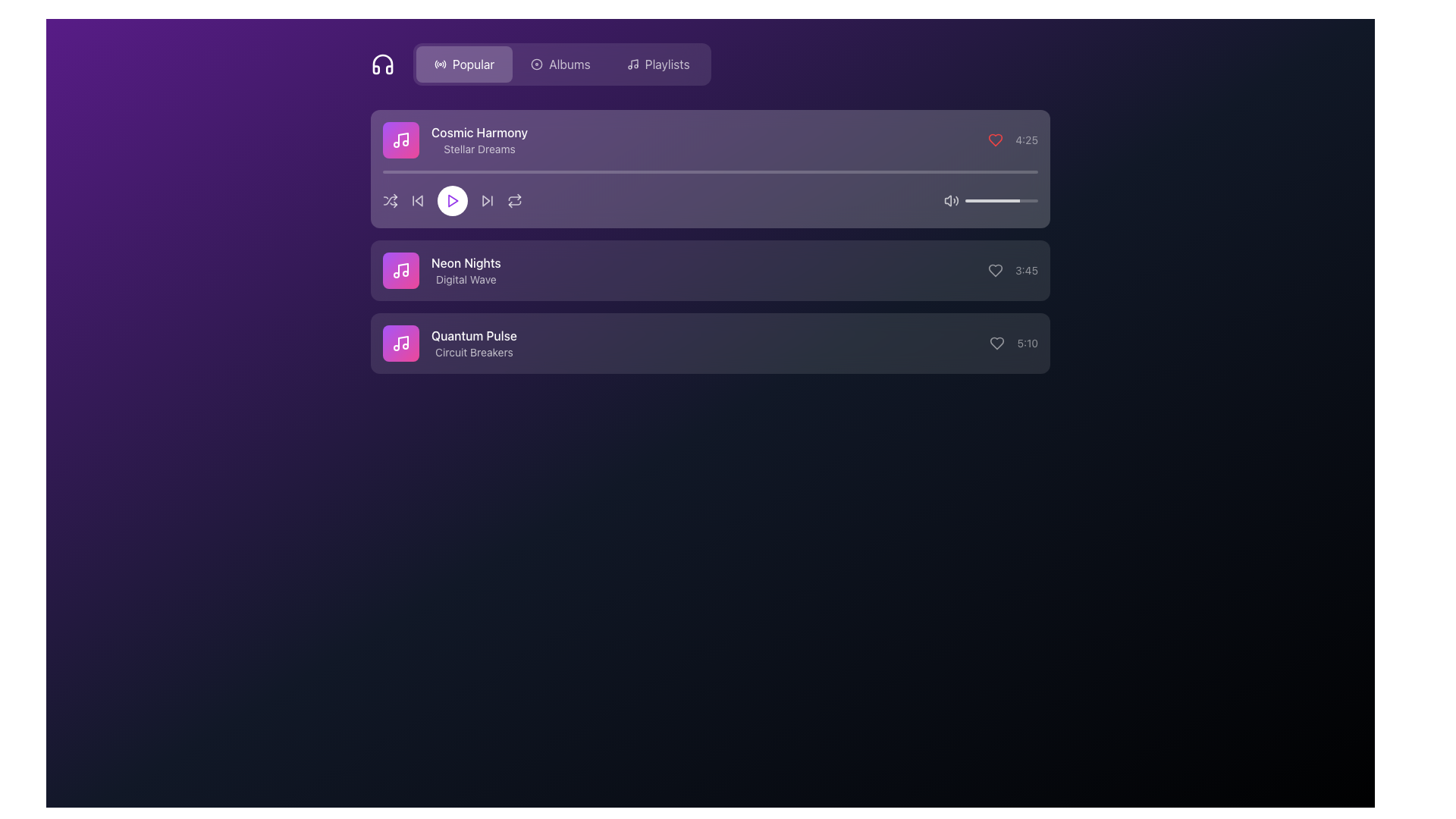 This screenshot has width=1456, height=819. Describe the element at coordinates (996, 140) in the screenshot. I see `the heart icon button in the first track item's details section` at that location.